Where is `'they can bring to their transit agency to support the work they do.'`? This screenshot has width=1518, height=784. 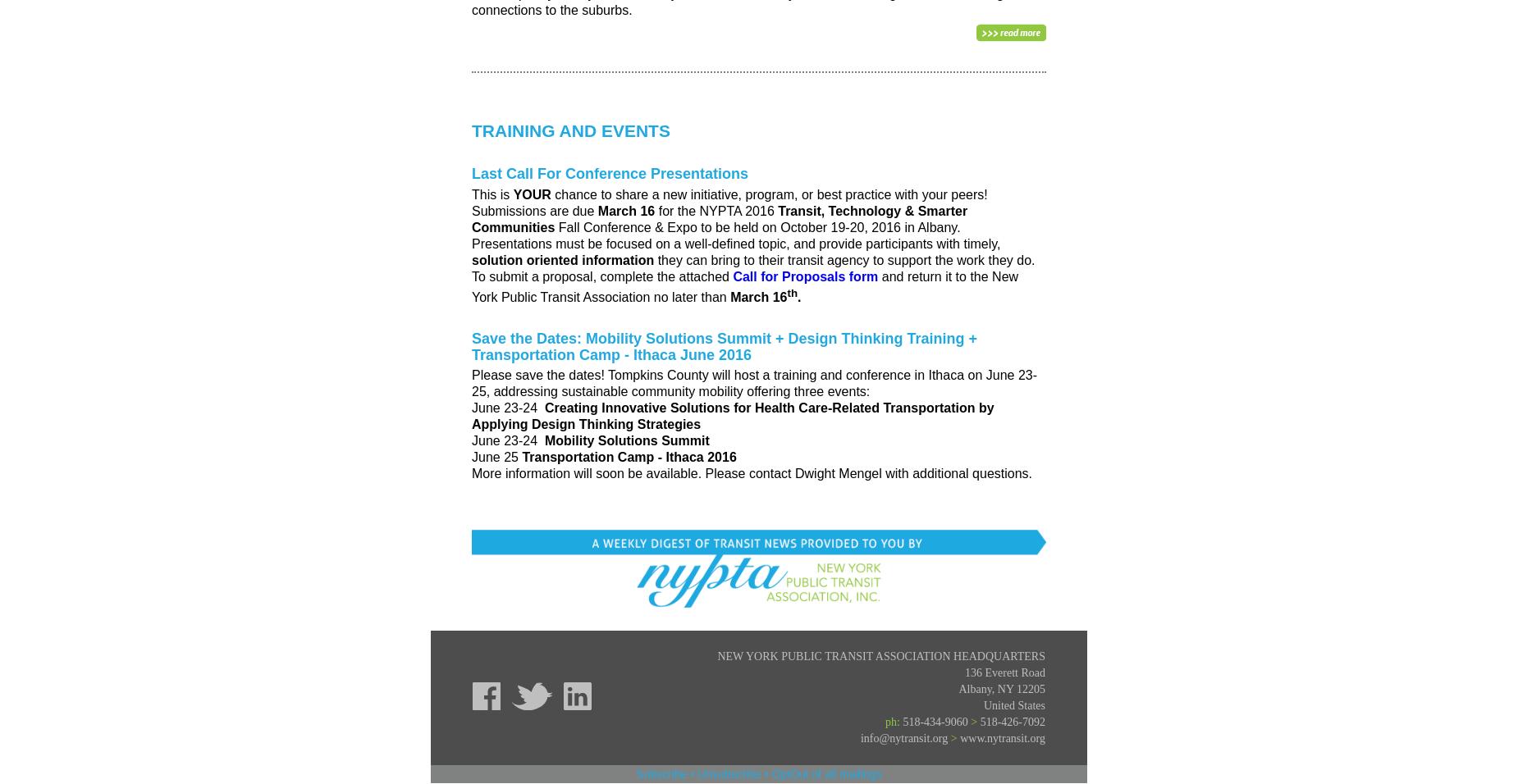
'they can bring to their transit agency to support the work they do.' is located at coordinates (845, 258).